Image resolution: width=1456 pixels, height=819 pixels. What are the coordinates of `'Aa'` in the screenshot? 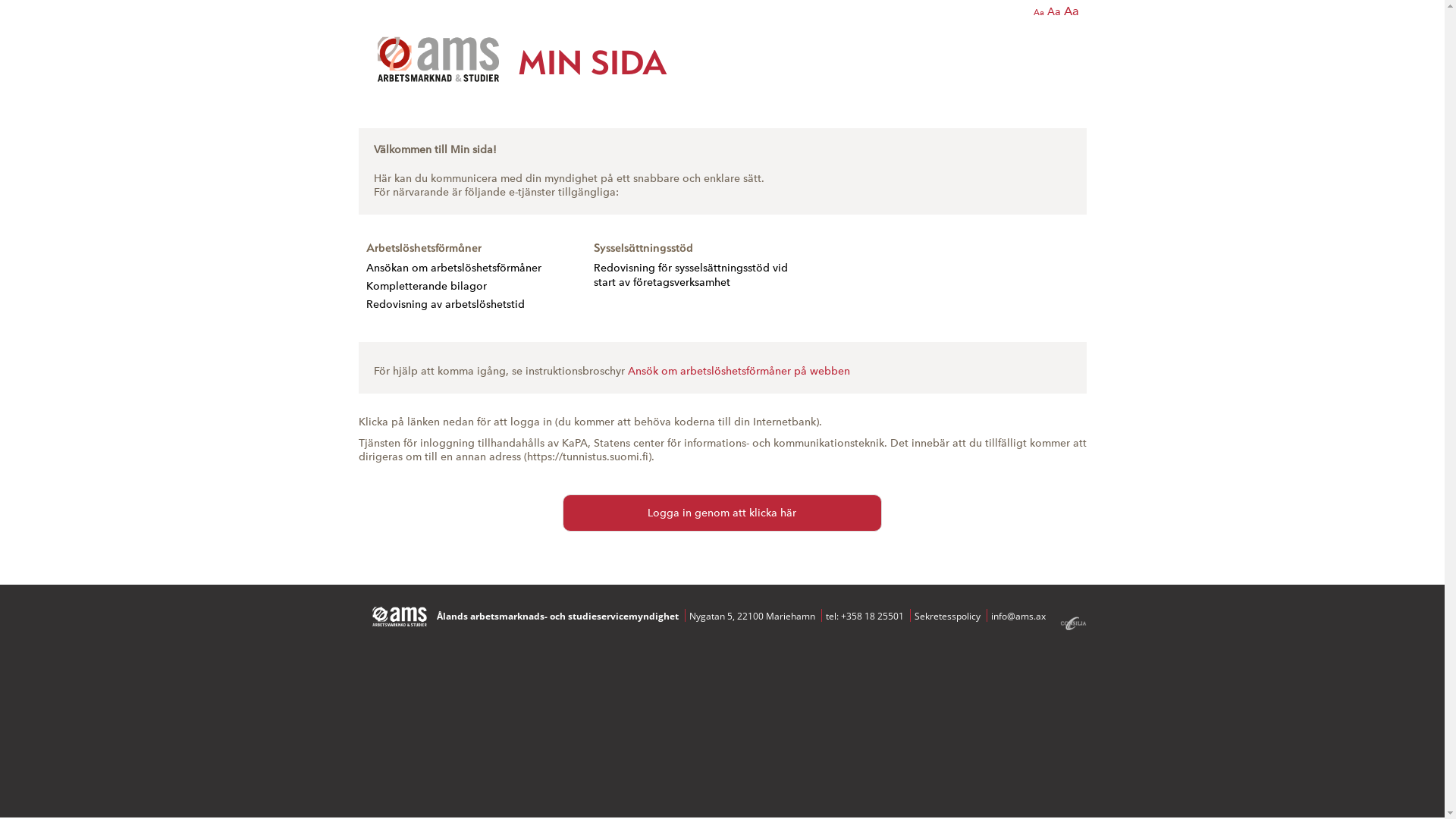 It's located at (1037, 12).